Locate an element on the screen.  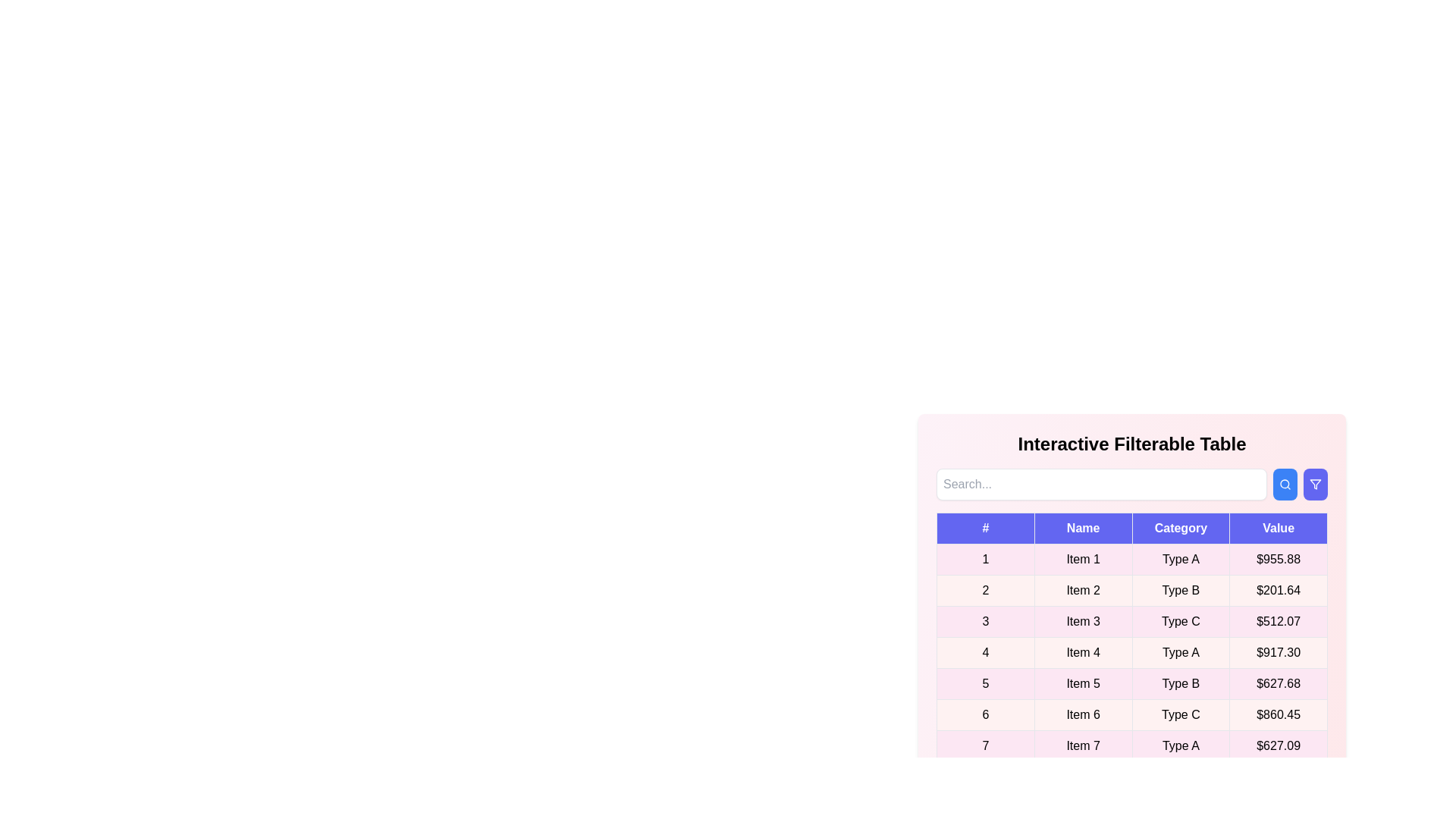
the filter button to apply the filter is located at coordinates (1314, 485).